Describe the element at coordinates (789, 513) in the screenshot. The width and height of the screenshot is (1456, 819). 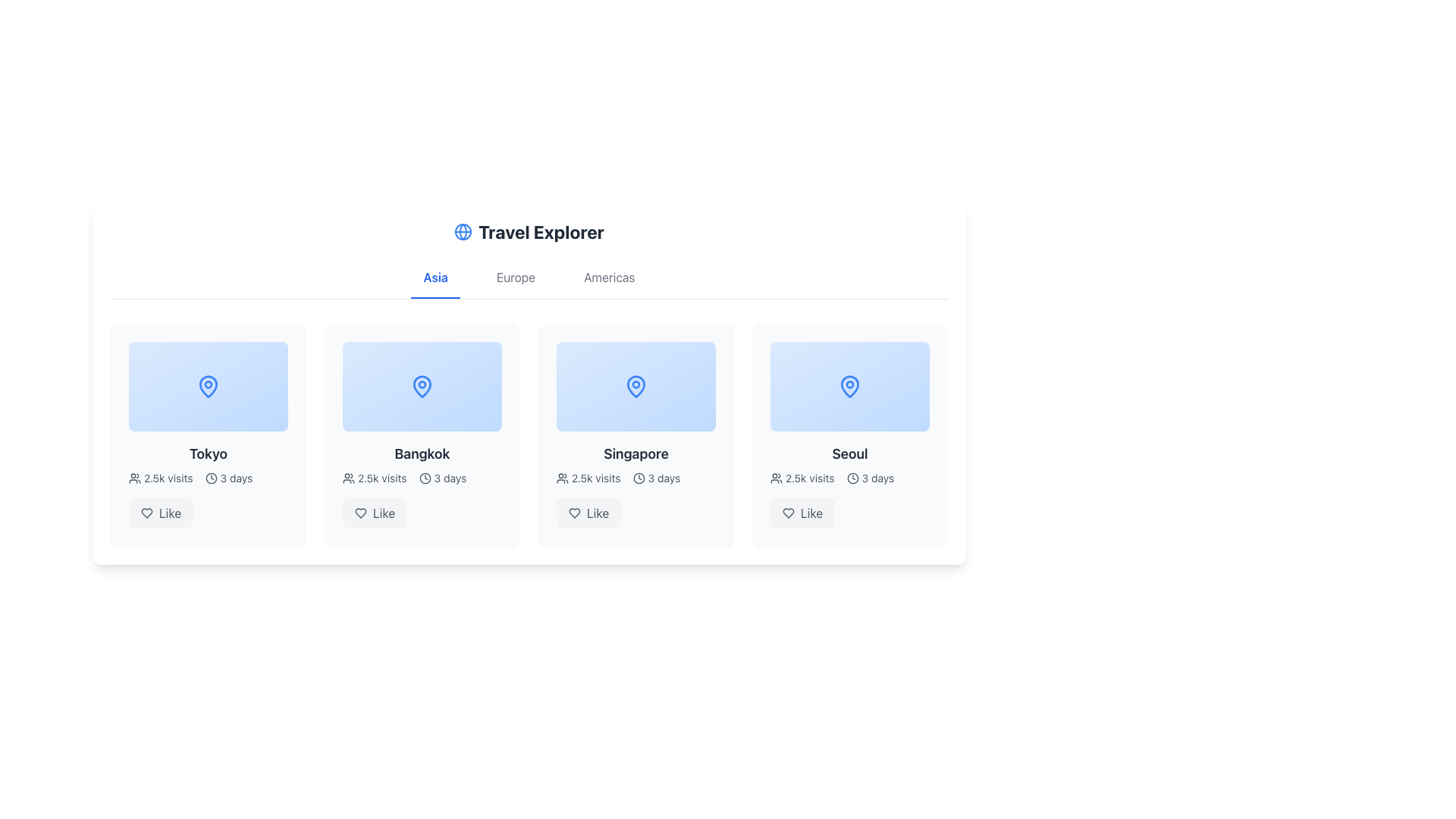
I see `the heart-shaped icon located at the bottom section of the 'Seoul' card to like the content` at that location.